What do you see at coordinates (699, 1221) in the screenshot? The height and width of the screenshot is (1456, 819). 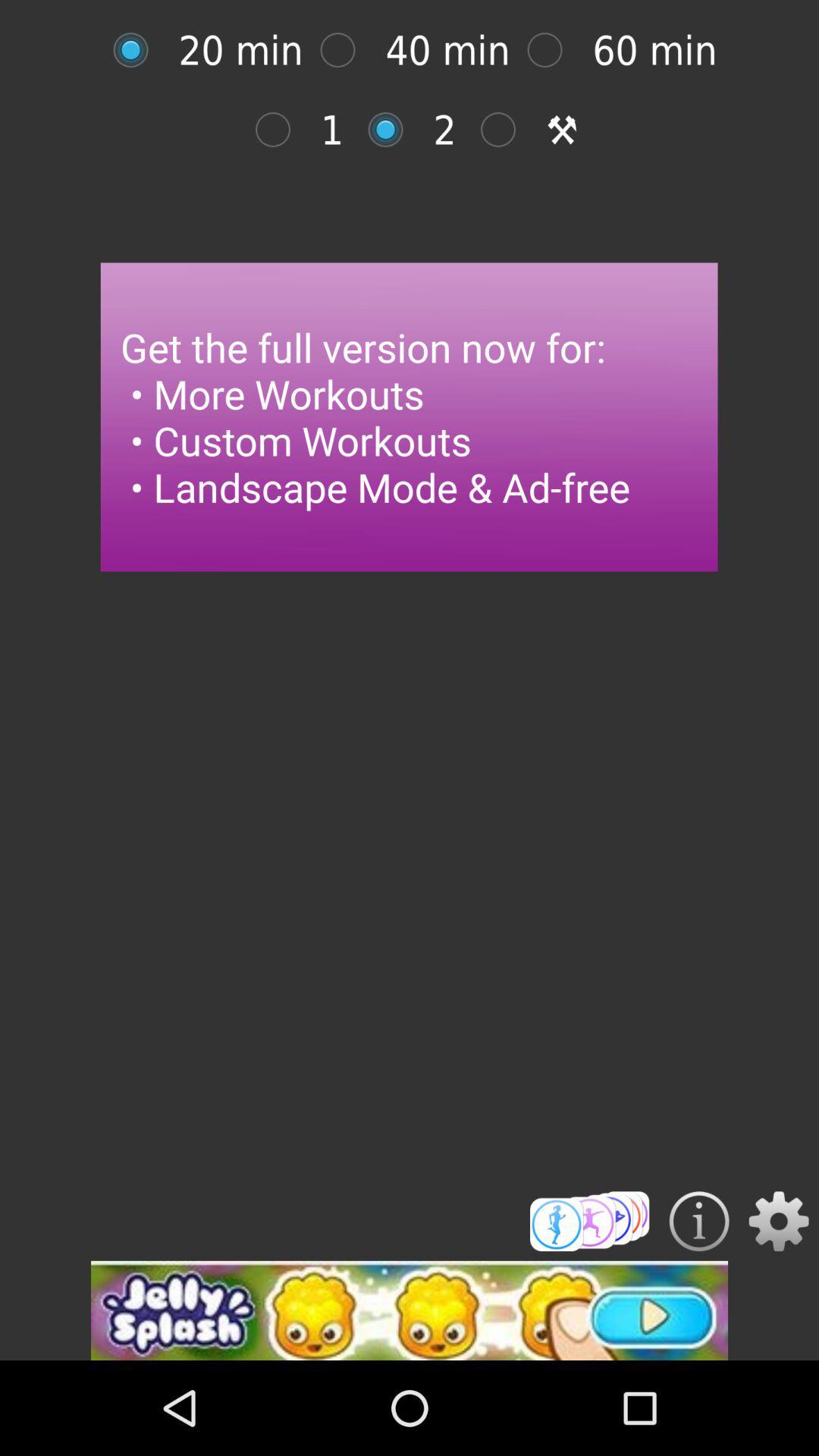 I see `help` at bounding box center [699, 1221].